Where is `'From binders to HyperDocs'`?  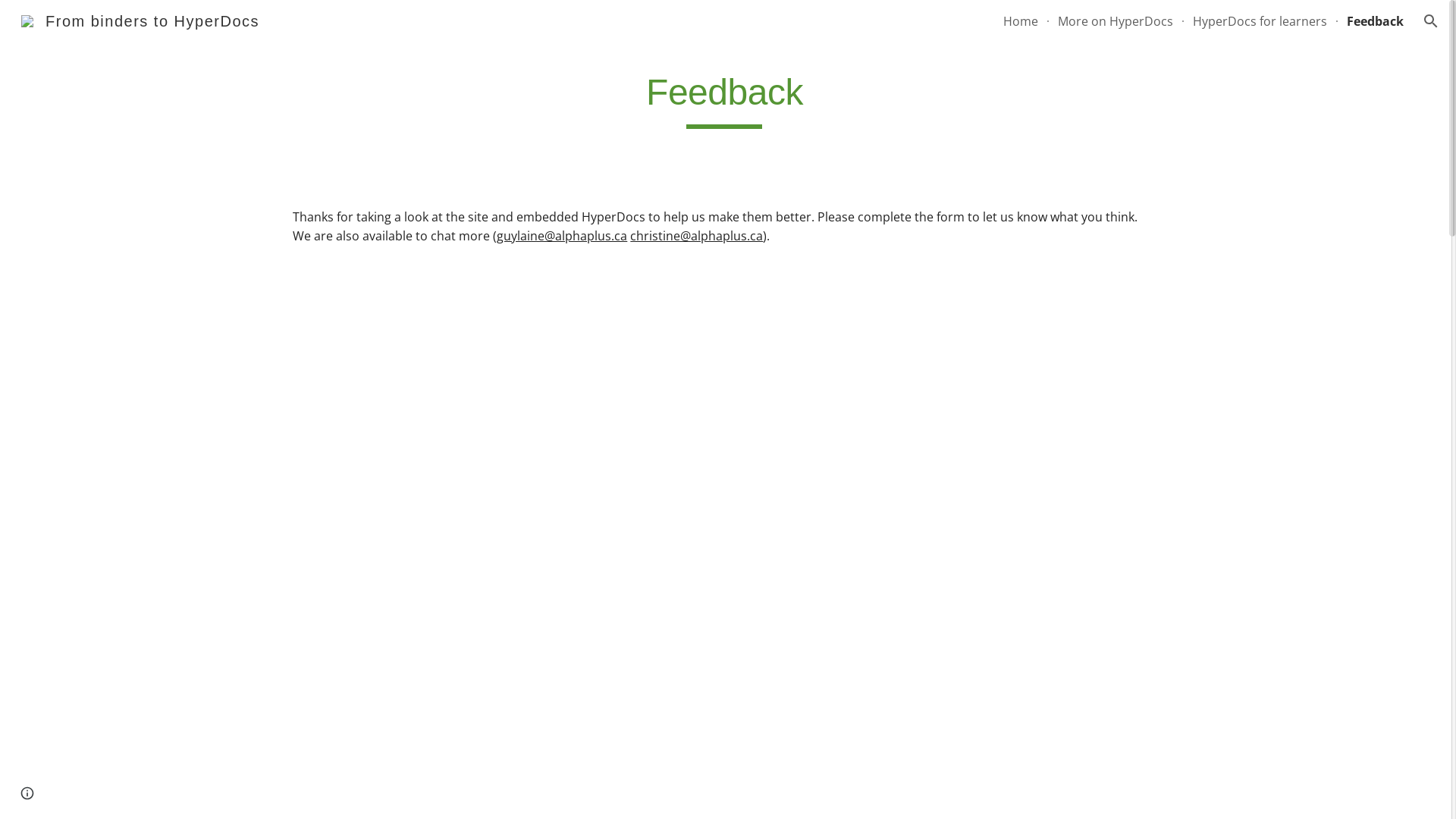
'From binders to HyperDocs' is located at coordinates (140, 20).